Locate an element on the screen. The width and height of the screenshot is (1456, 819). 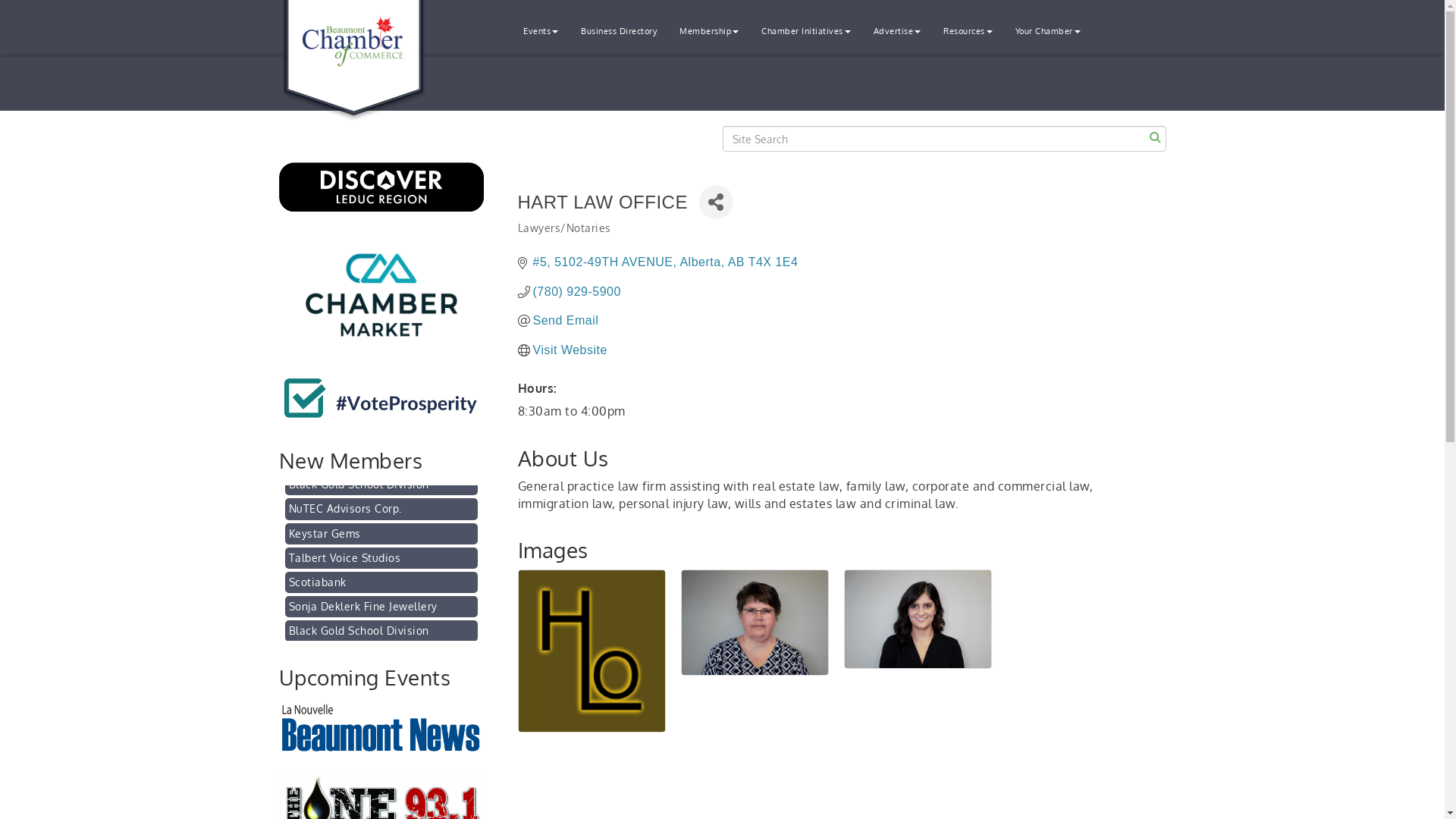
'(780) 929-5900' is located at coordinates (575, 291).